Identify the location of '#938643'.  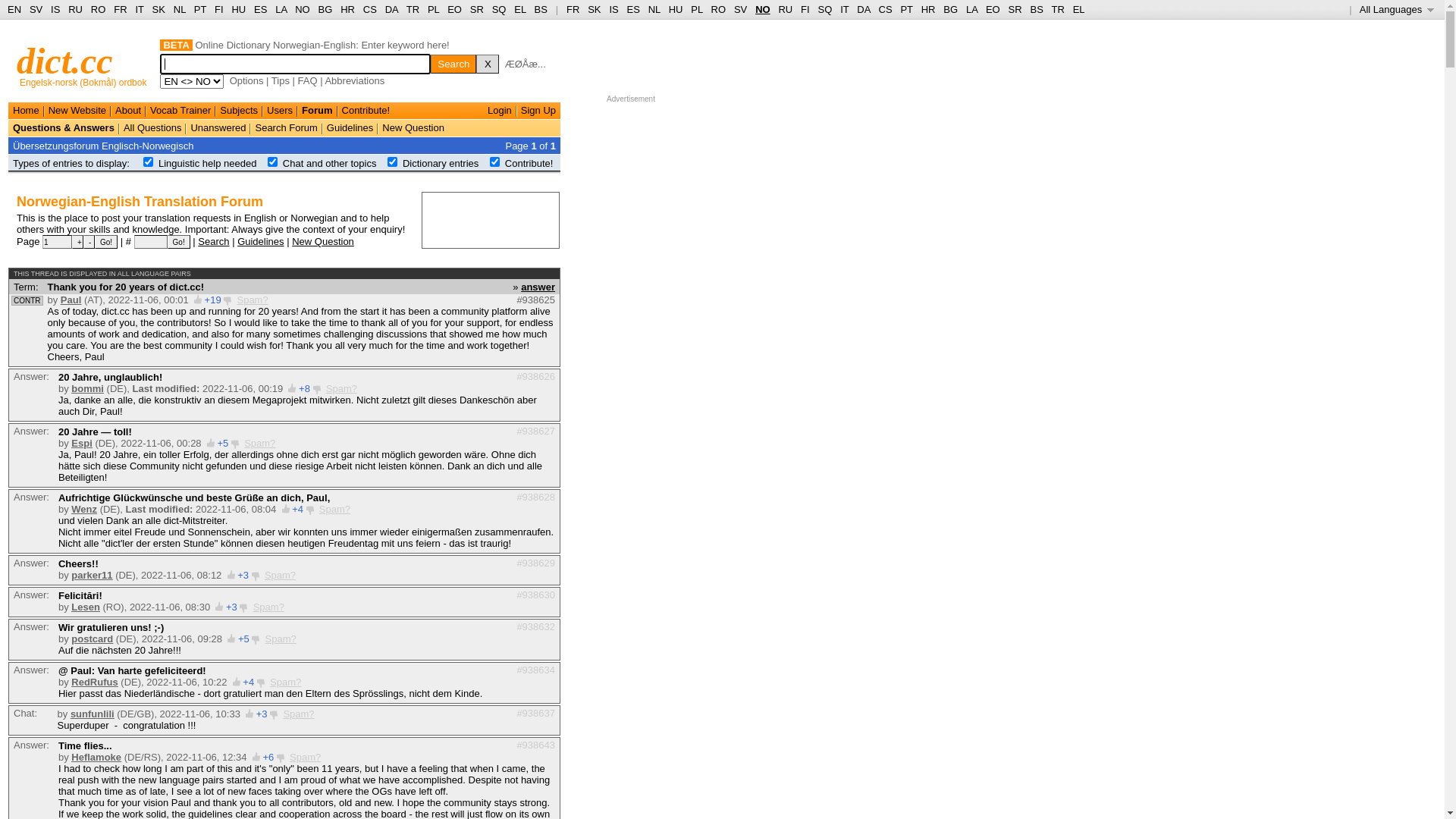
(535, 743).